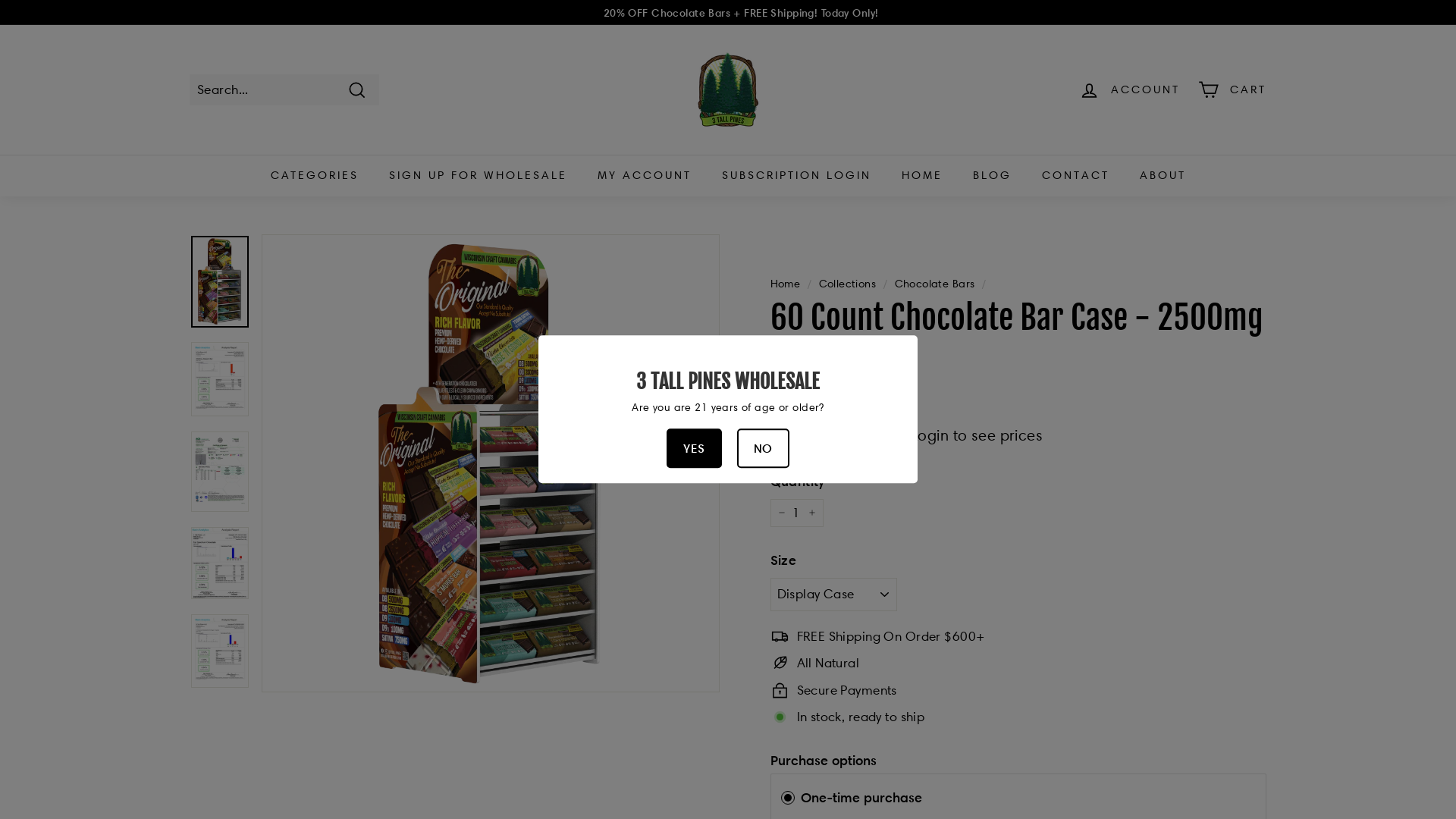 The width and height of the screenshot is (1456, 819). Describe the element at coordinates (582, 174) in the screenshot. I see `'MY ACCOUNT'` at that location.